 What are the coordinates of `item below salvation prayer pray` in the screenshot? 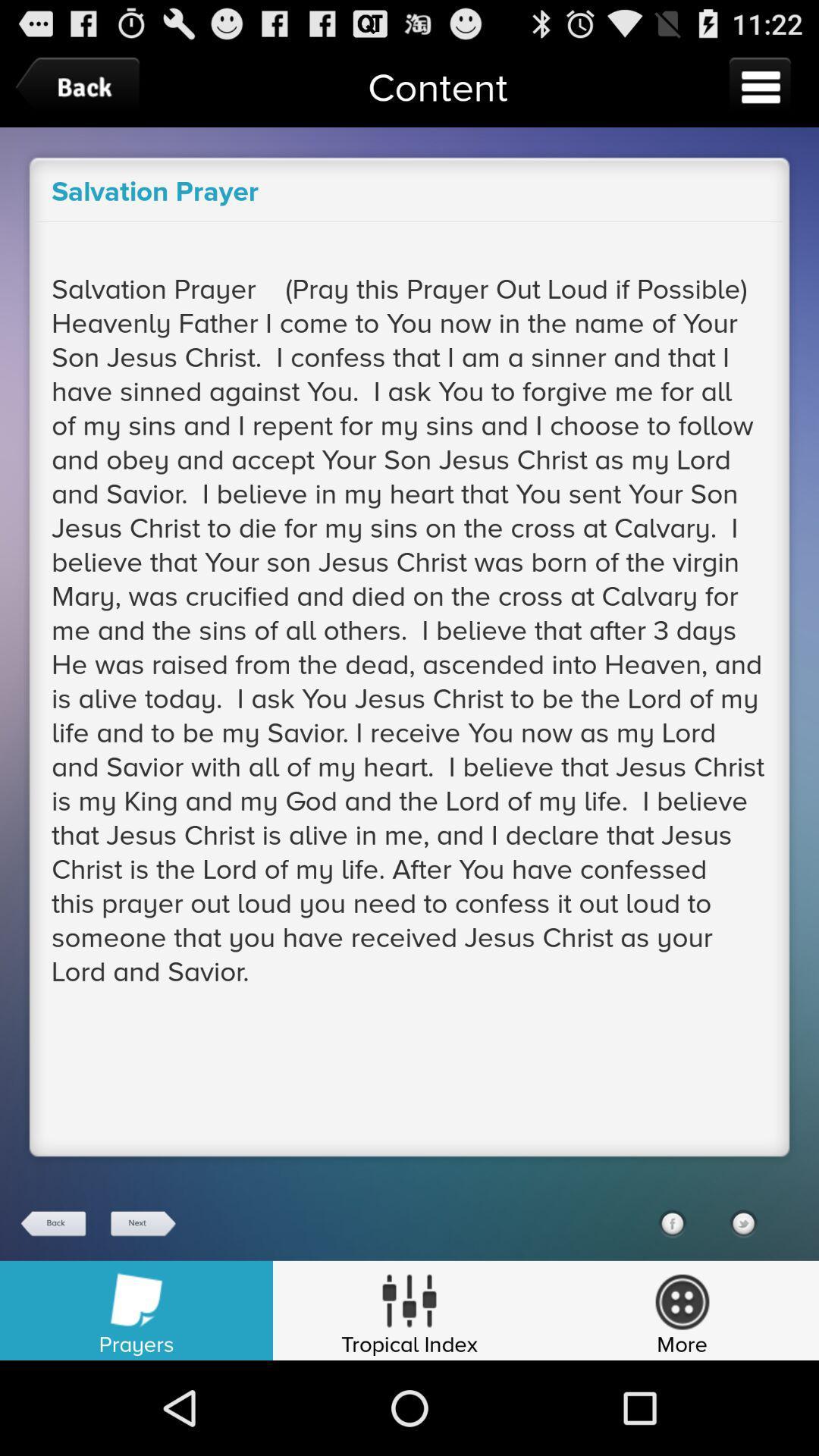 It's located at (742, 1223).